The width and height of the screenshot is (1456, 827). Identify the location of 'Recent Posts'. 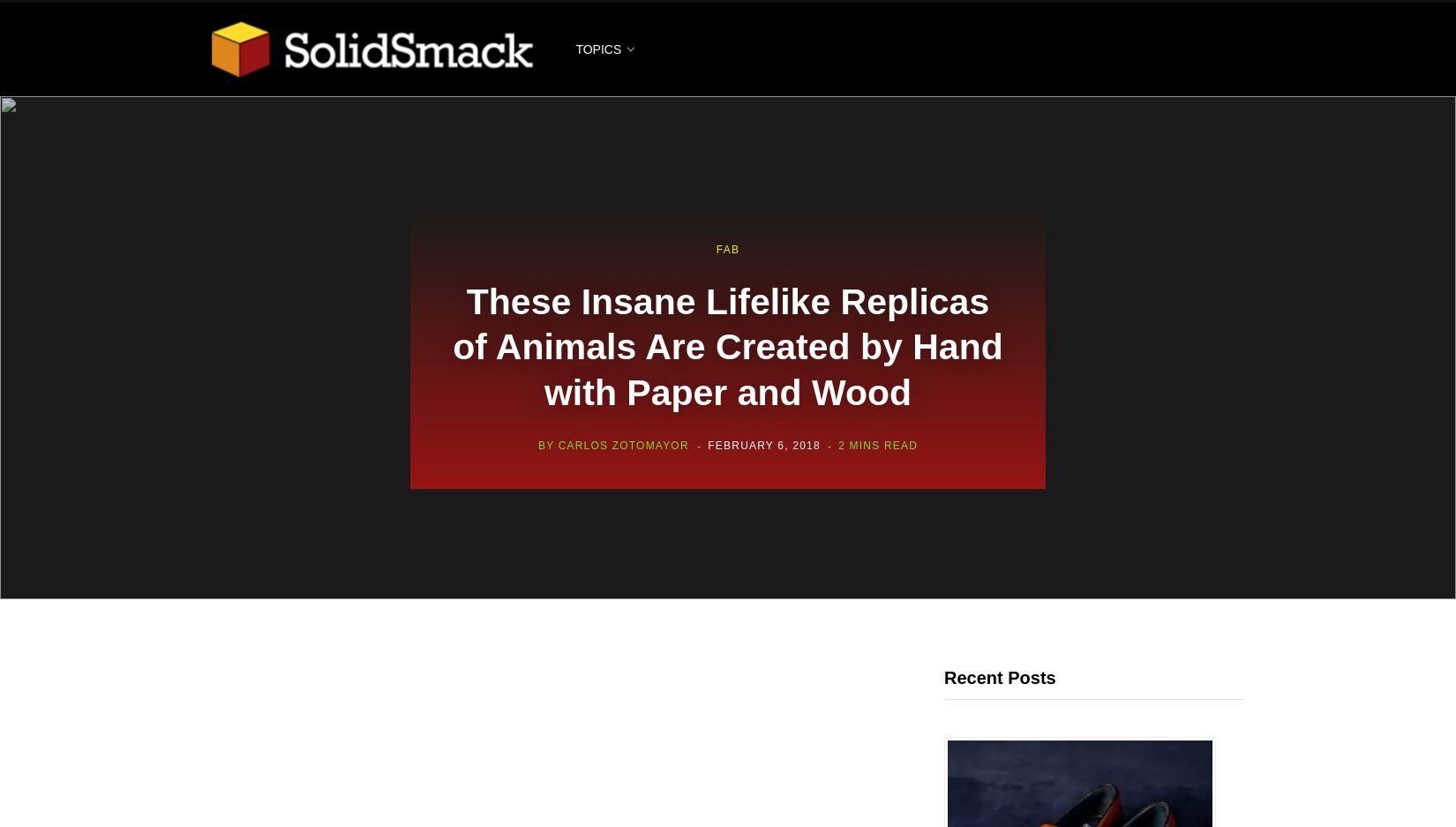
(1000, 677).